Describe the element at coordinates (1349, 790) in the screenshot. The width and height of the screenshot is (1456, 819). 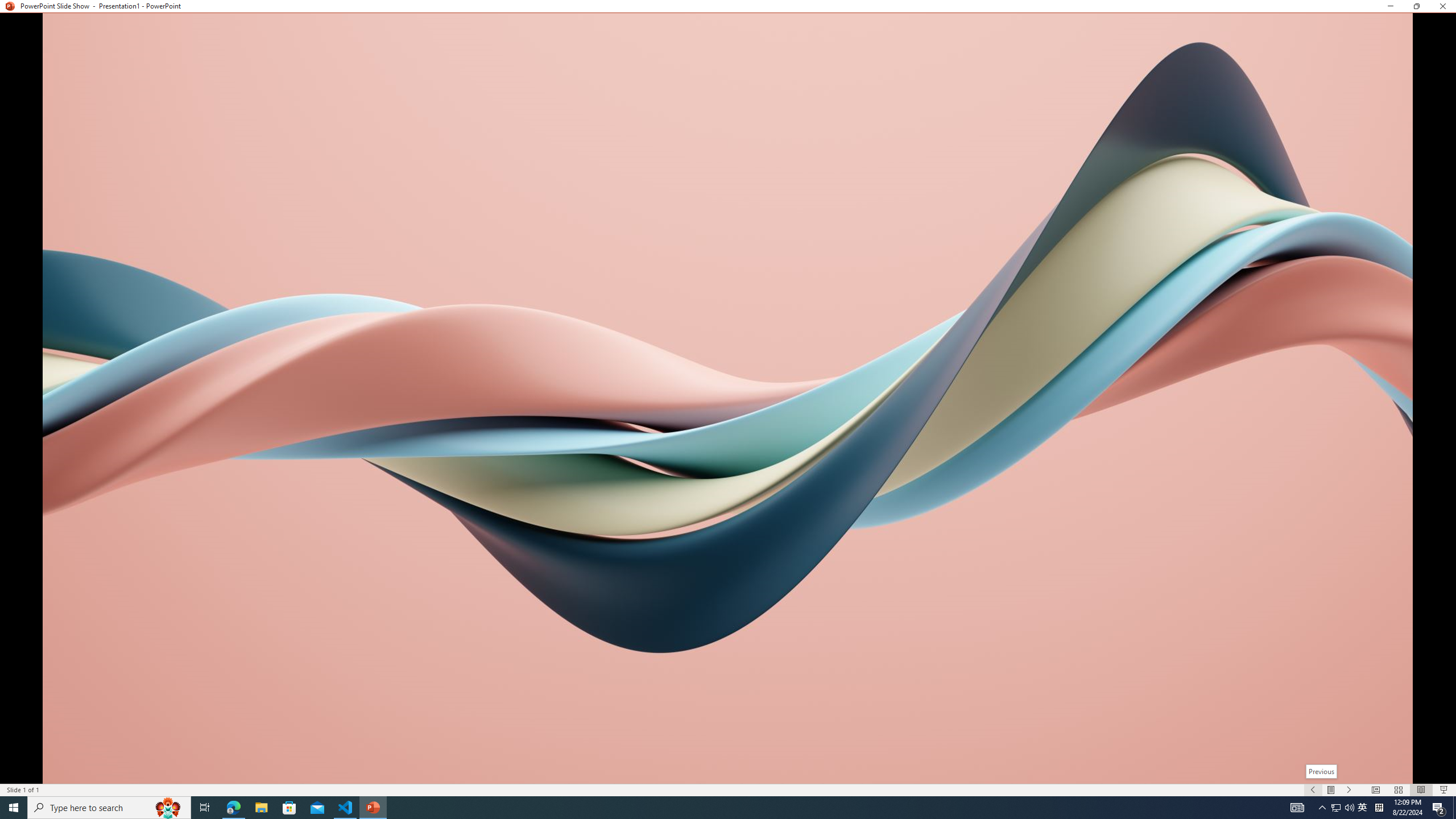
I see `'Slide Show Next On'` at that location.